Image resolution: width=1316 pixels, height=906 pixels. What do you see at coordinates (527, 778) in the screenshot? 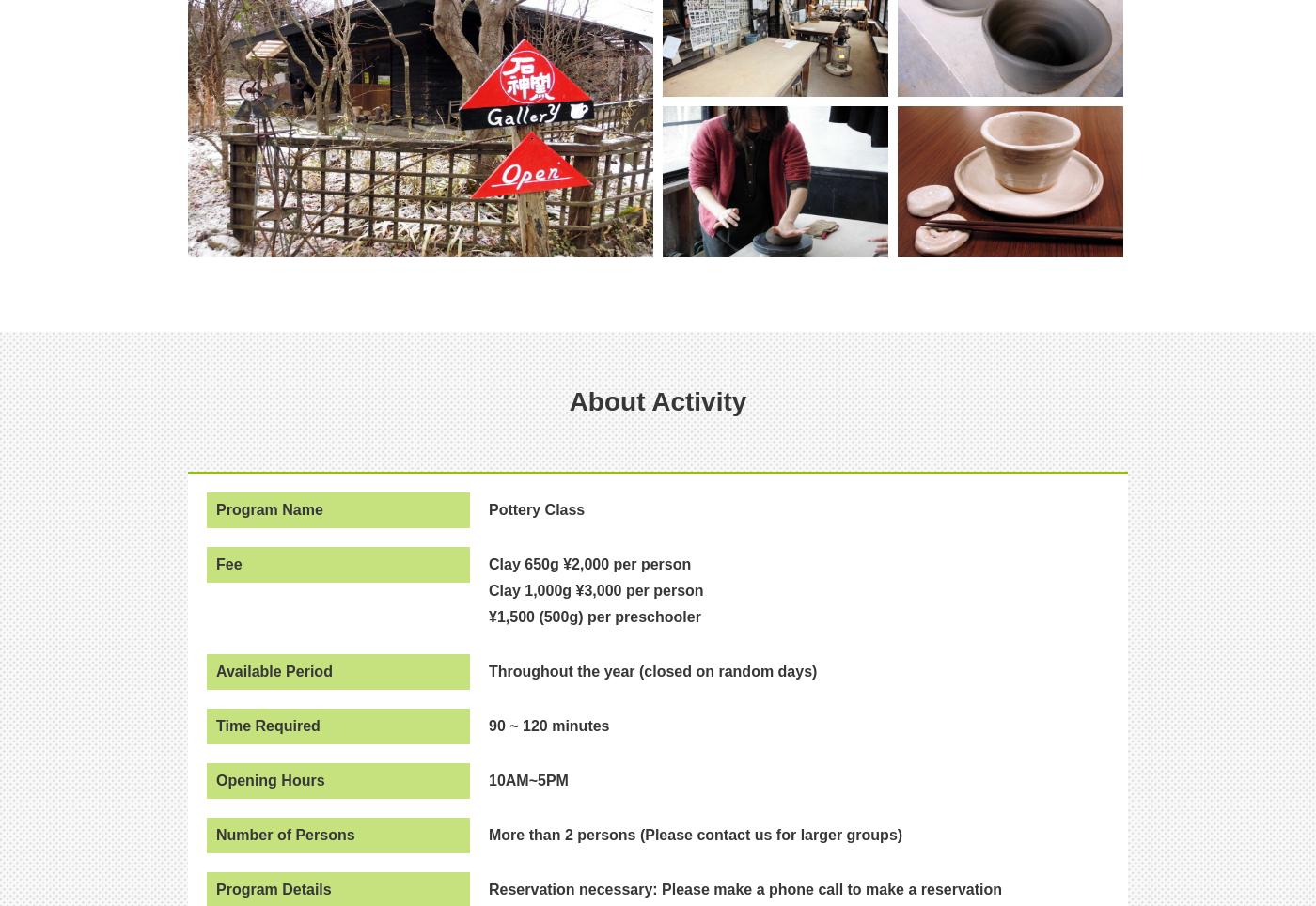
I see `'10AM~5PM'` at bounding box center [527, 778].